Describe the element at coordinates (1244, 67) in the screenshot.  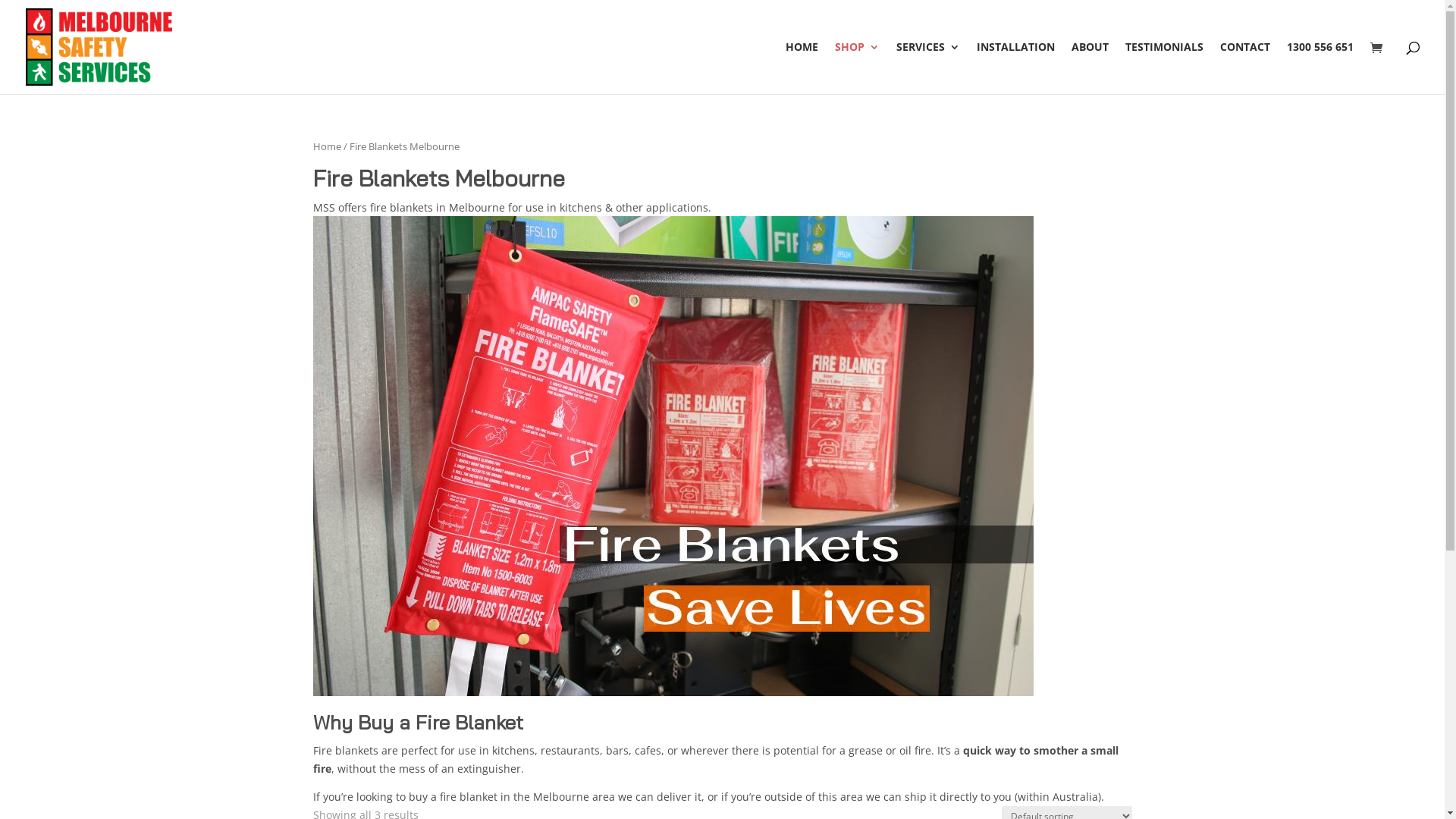
I see `'CONTACT'` at that location.